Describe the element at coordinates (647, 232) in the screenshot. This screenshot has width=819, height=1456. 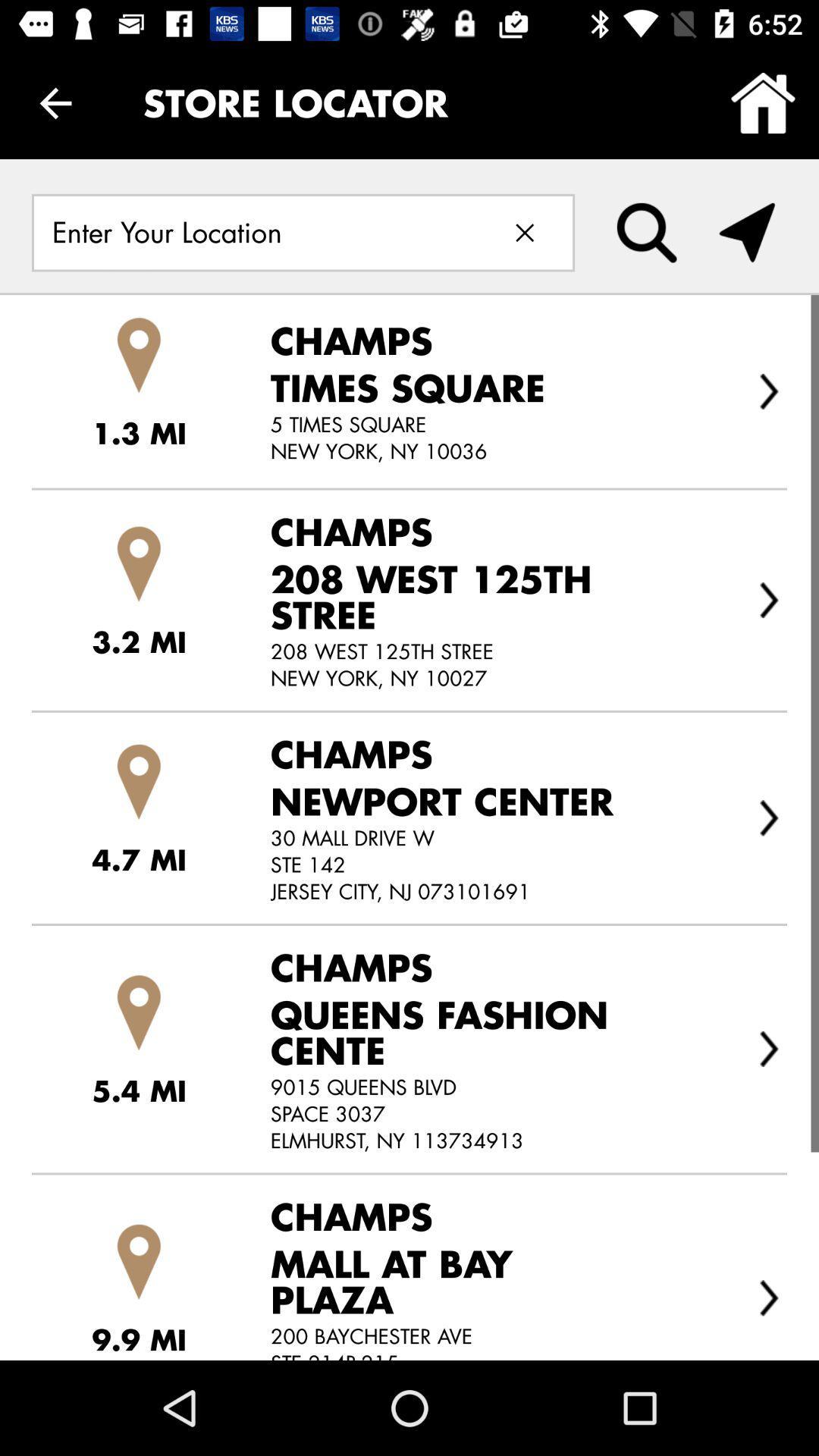
I see `the search icon` at that location.